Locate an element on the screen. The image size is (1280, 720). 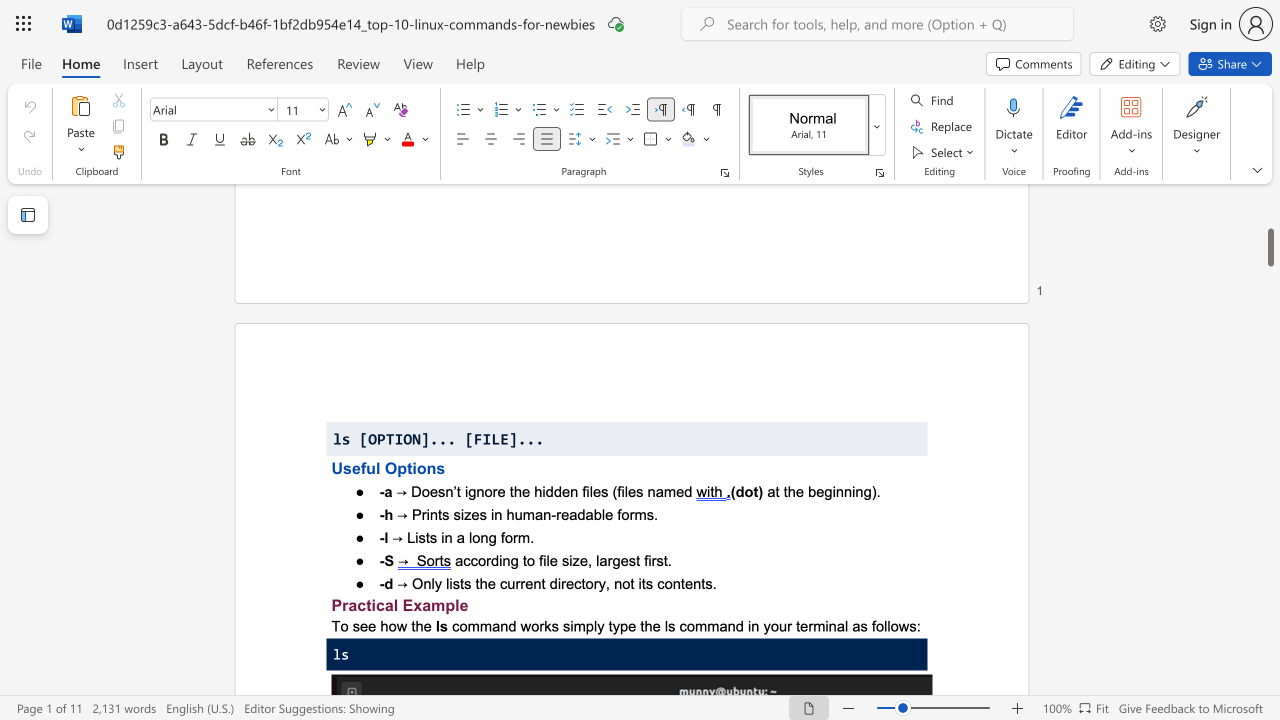
the subset text "s in a lo" within the text "→ Lists in a long form." is located at coordinates (428, 536).